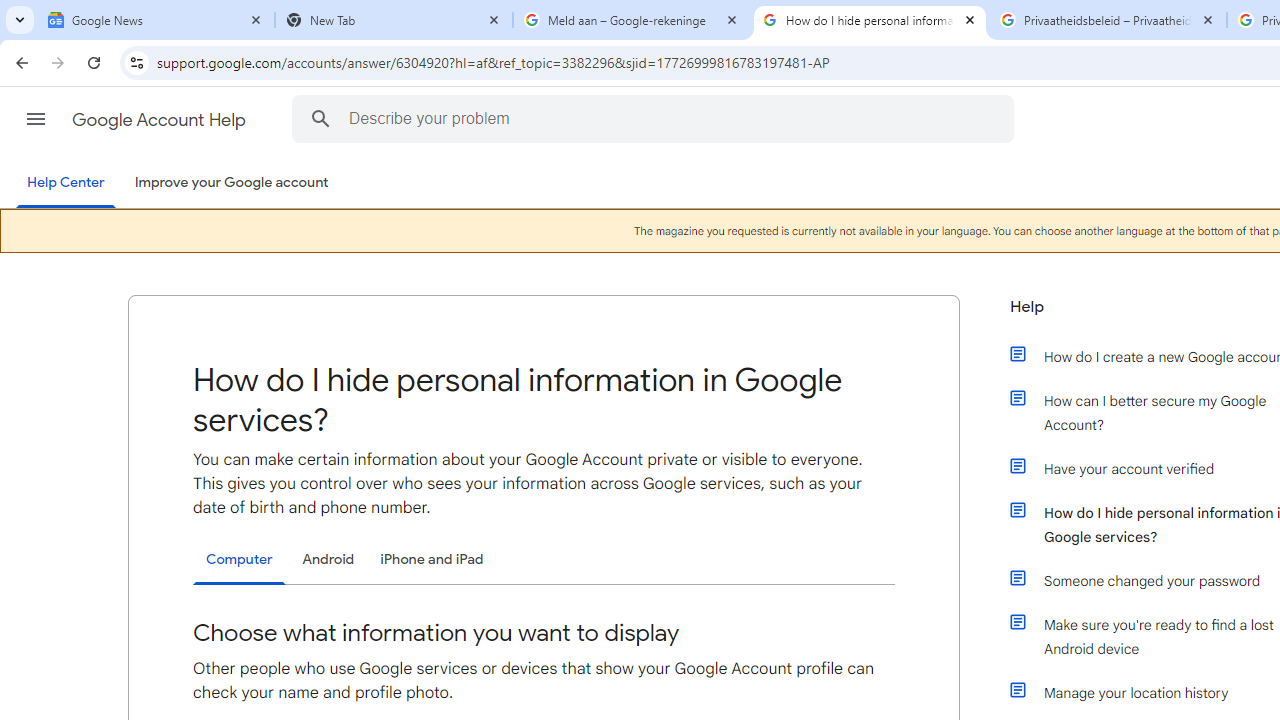  Describe the element at coordinates (231, 183) in the screenshot. I see `'Improve your Google account'` at that location.